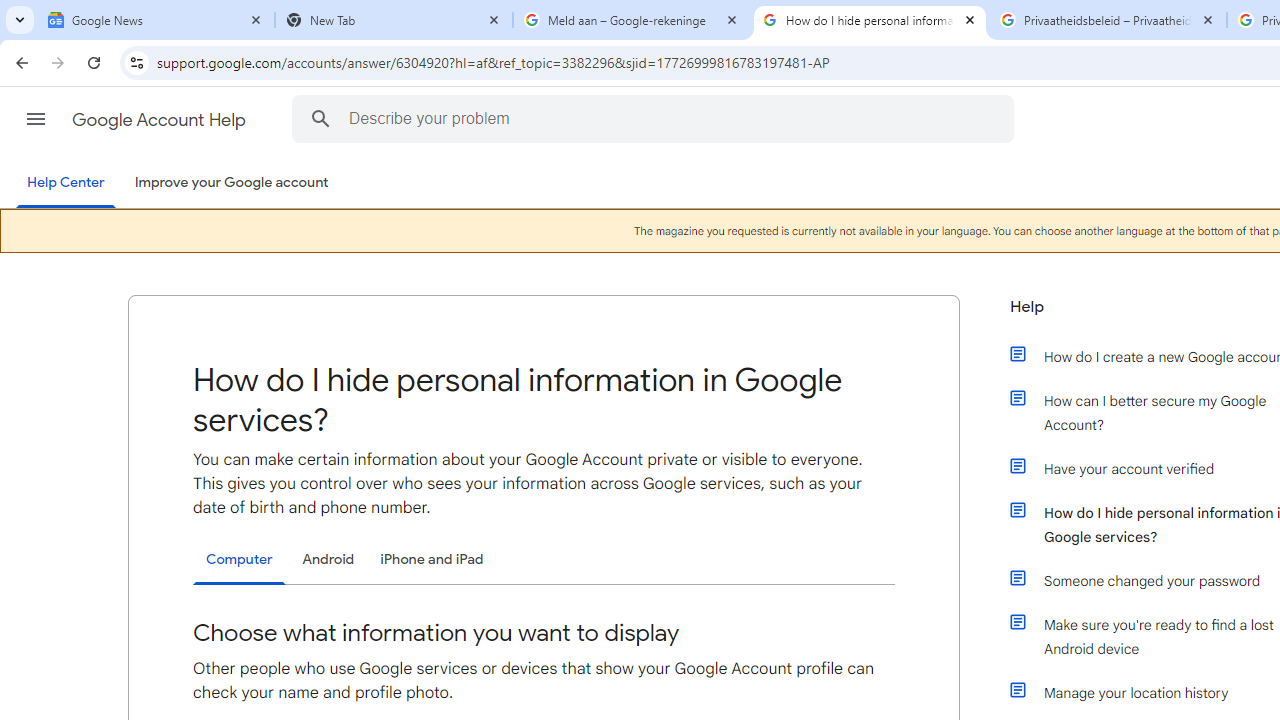  Describe the element at coordinates (231, 183) in the screenshot. I see `'Improve your Google account'` at that location.